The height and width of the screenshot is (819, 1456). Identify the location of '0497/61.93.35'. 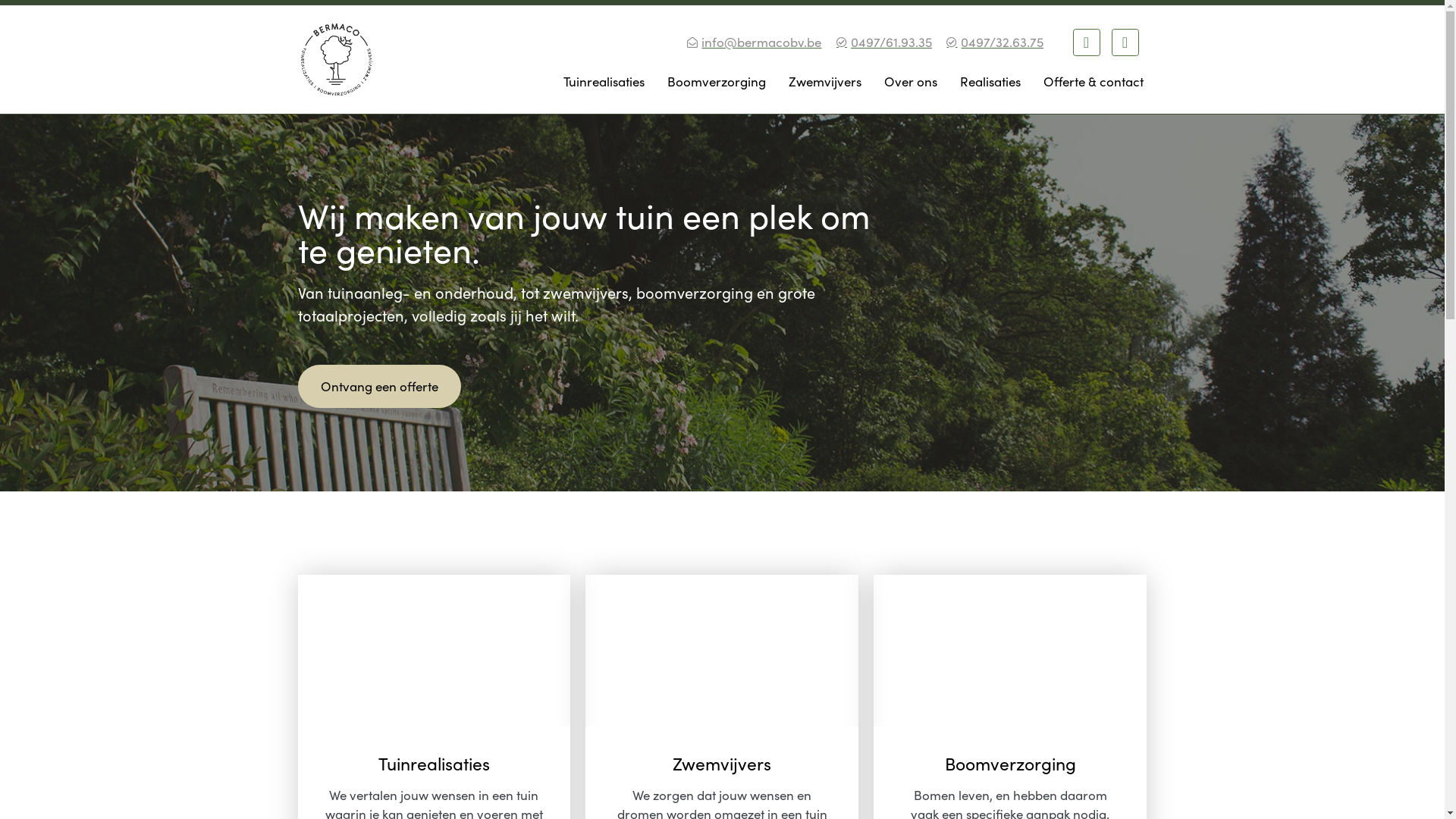
(882, 42).